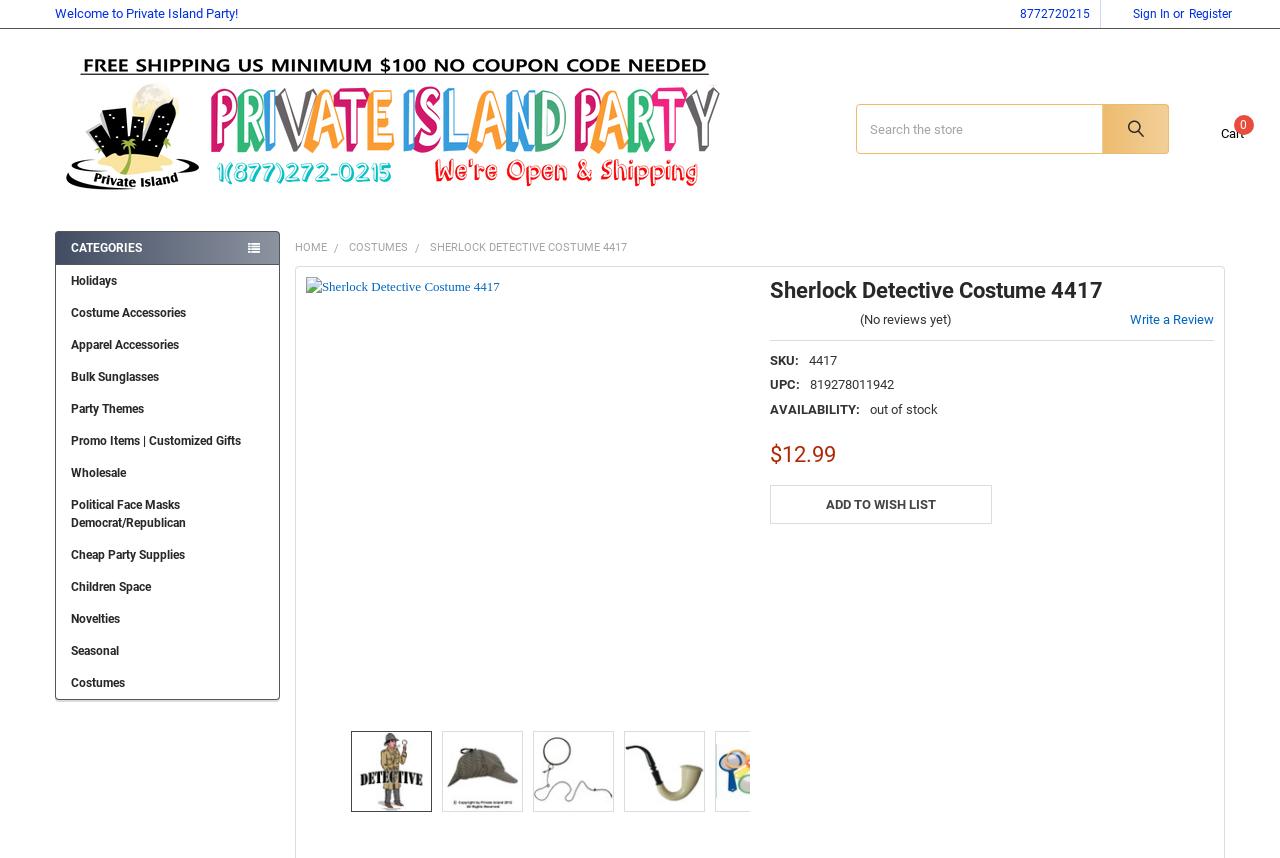  What do you see at coordinates (527, 260) in the screenshot?
I see `'Sherlock Detective Costume 4417'` at bounding box center [527, 260].